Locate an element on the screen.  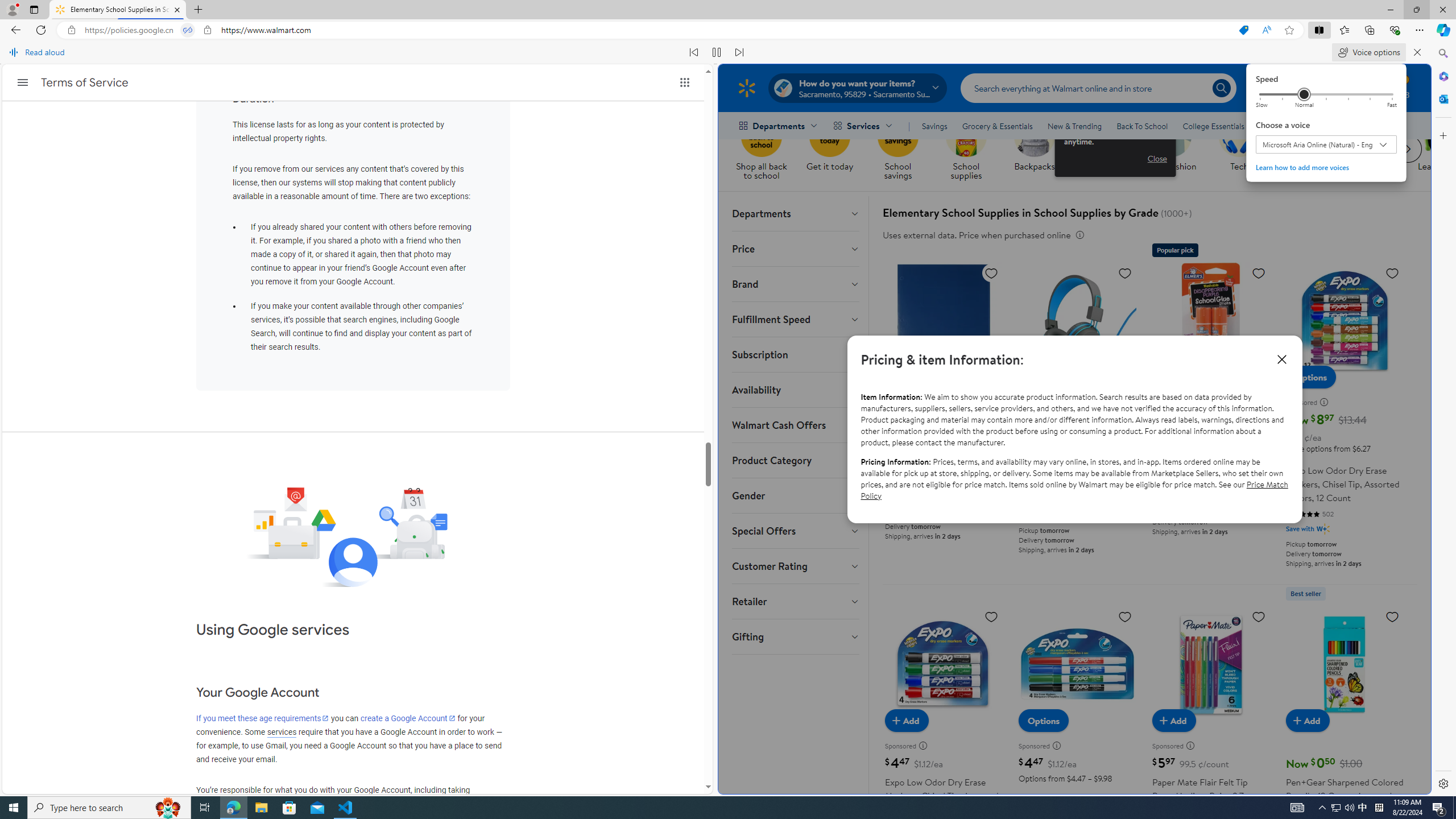
'Read next paragraph' is located at coordinates (739, 52).